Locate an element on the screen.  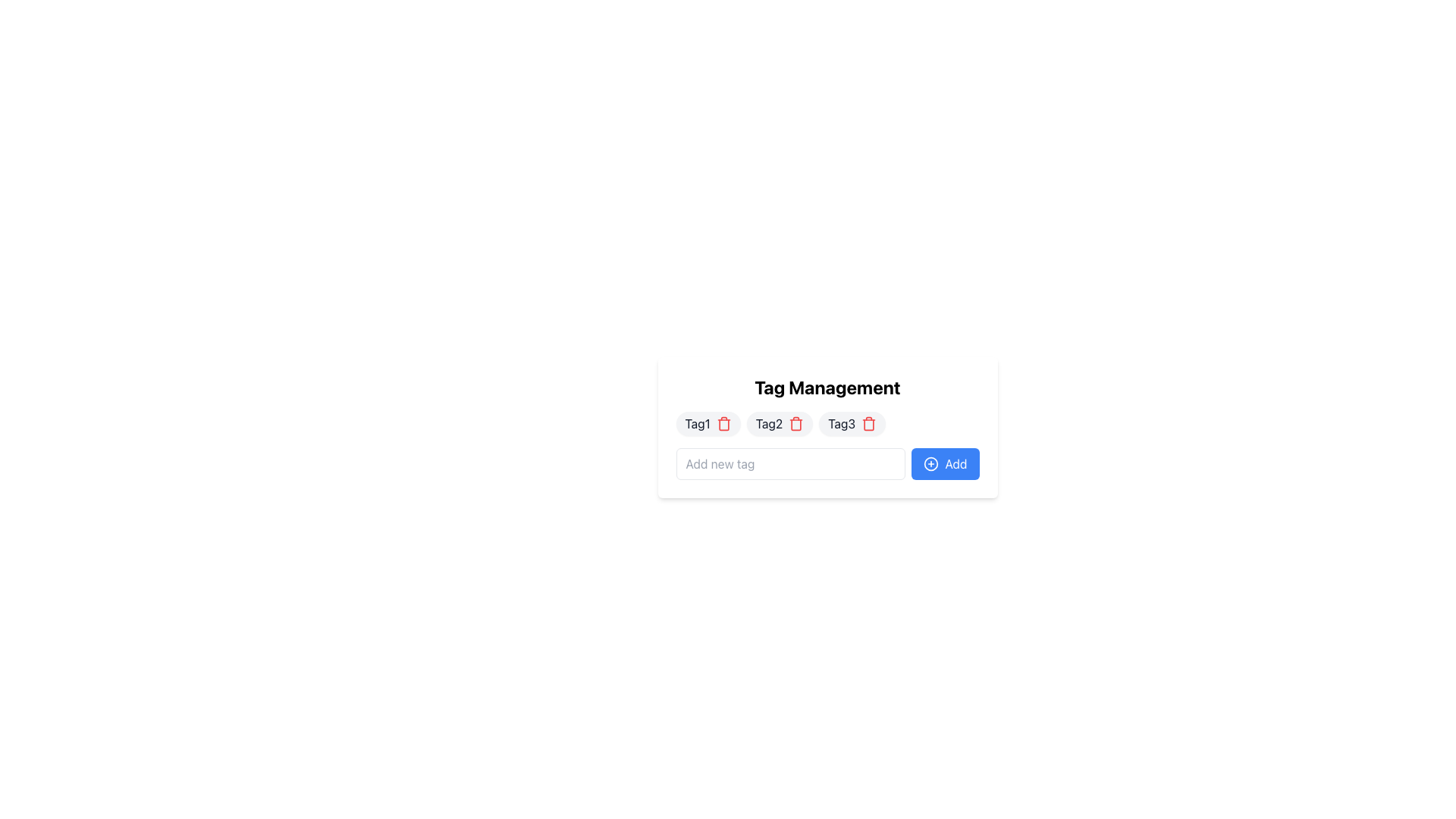
the circular '+' icon within the 'Add' button, which is styled with a border and has a blue background, located at the bottom-right corner of the tag management interface is located at coordinates (930, 463).